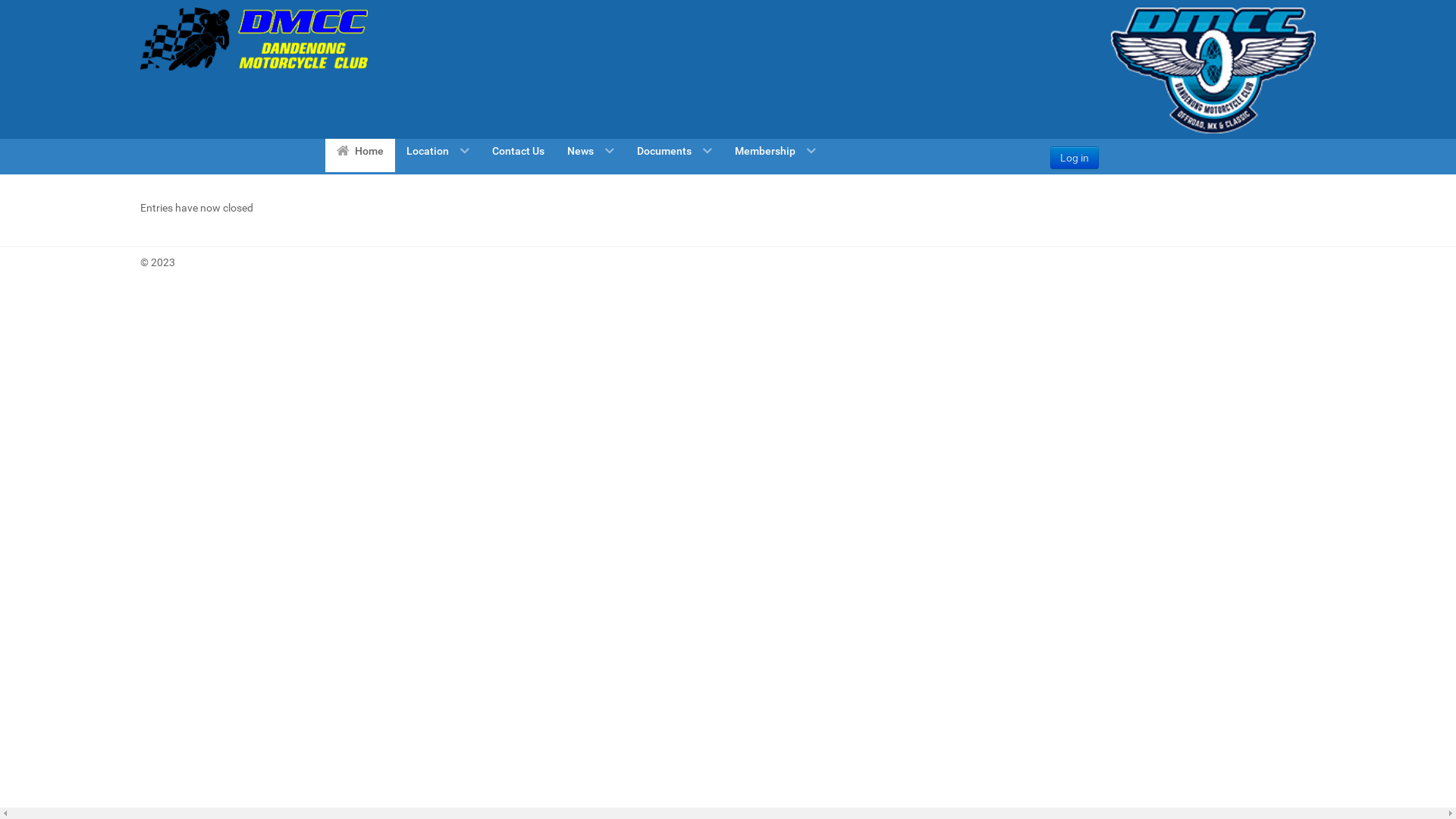 This screenshot has height=819, width=1456. I want to click on 'Home', so click(359, 149).